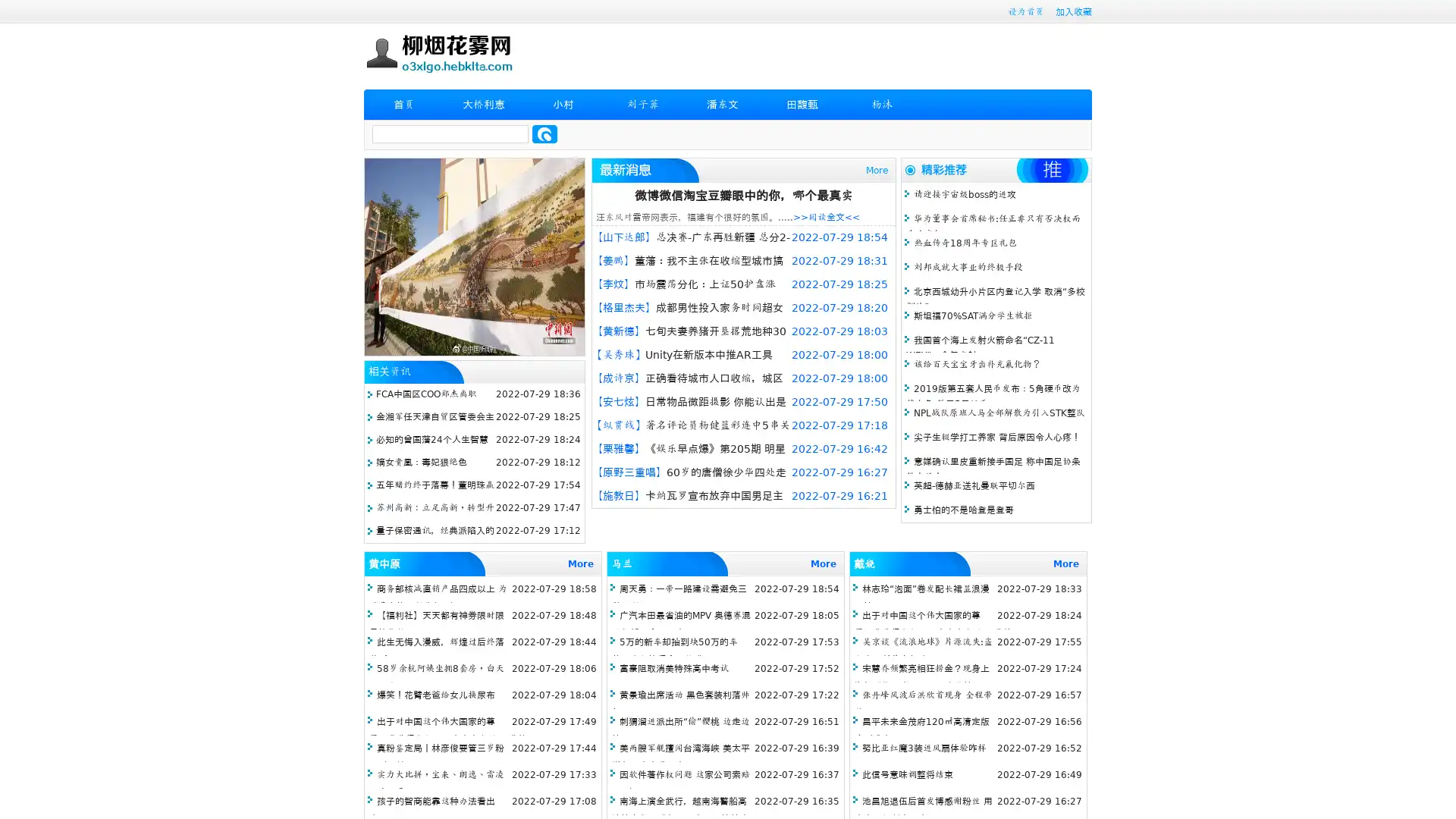  I want to click on Search, so click(544, 133).